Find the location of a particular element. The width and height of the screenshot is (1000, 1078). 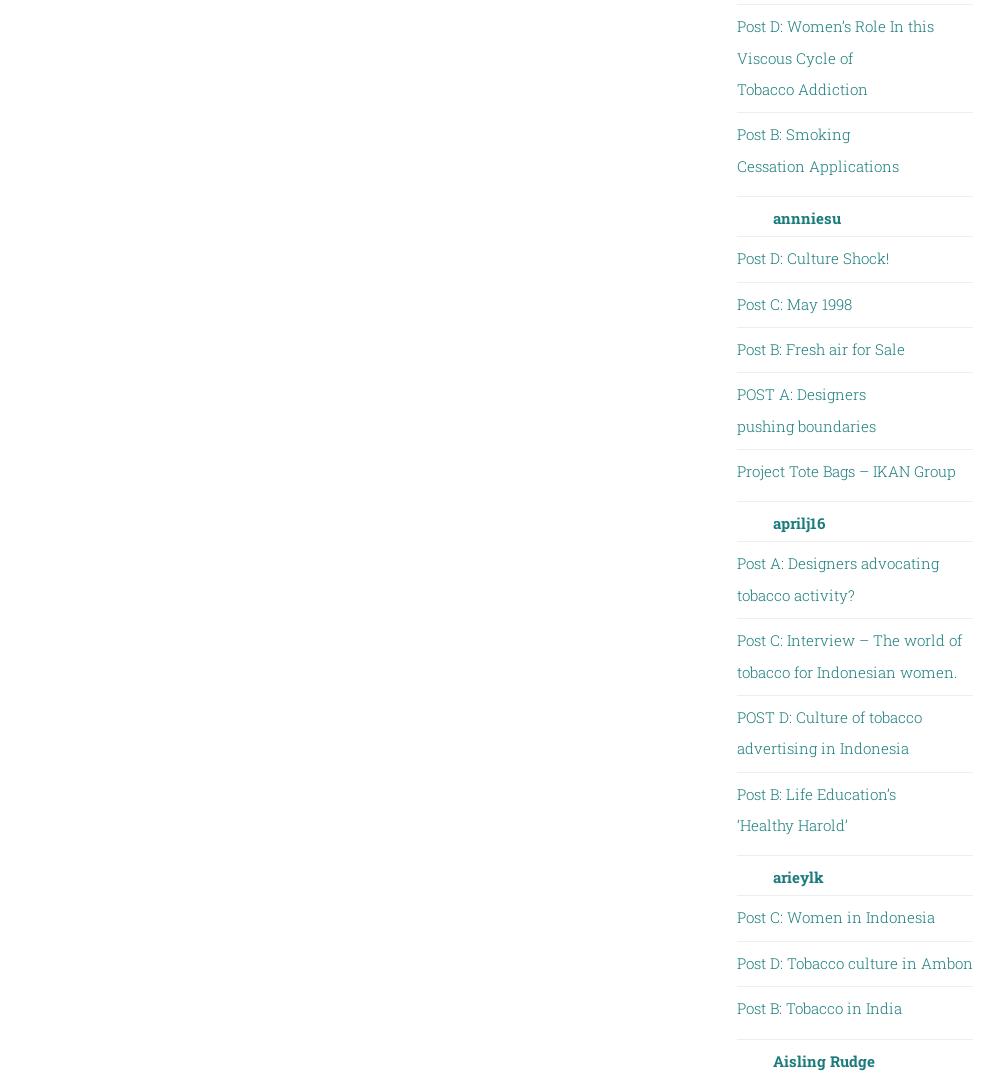

'POST A: Designers pushing boundaries' is located at coordinates (805, 408).